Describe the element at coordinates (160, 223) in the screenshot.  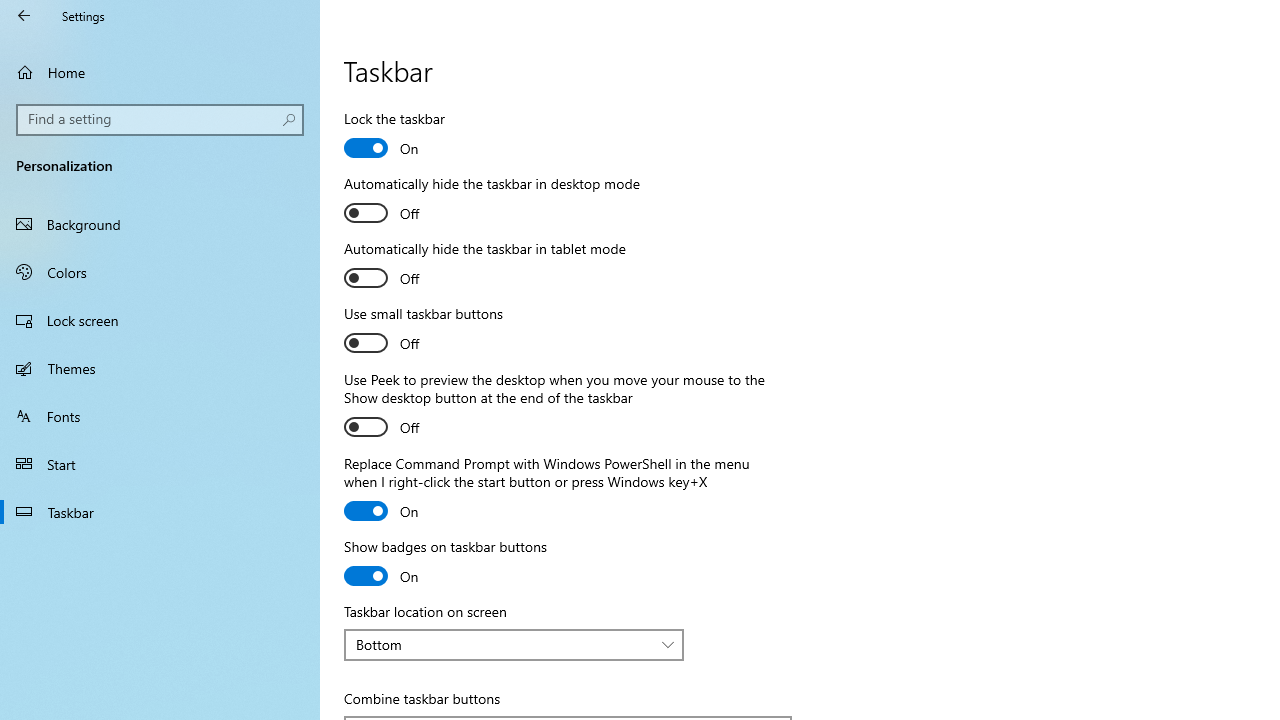
I see `'Background'` at that location.